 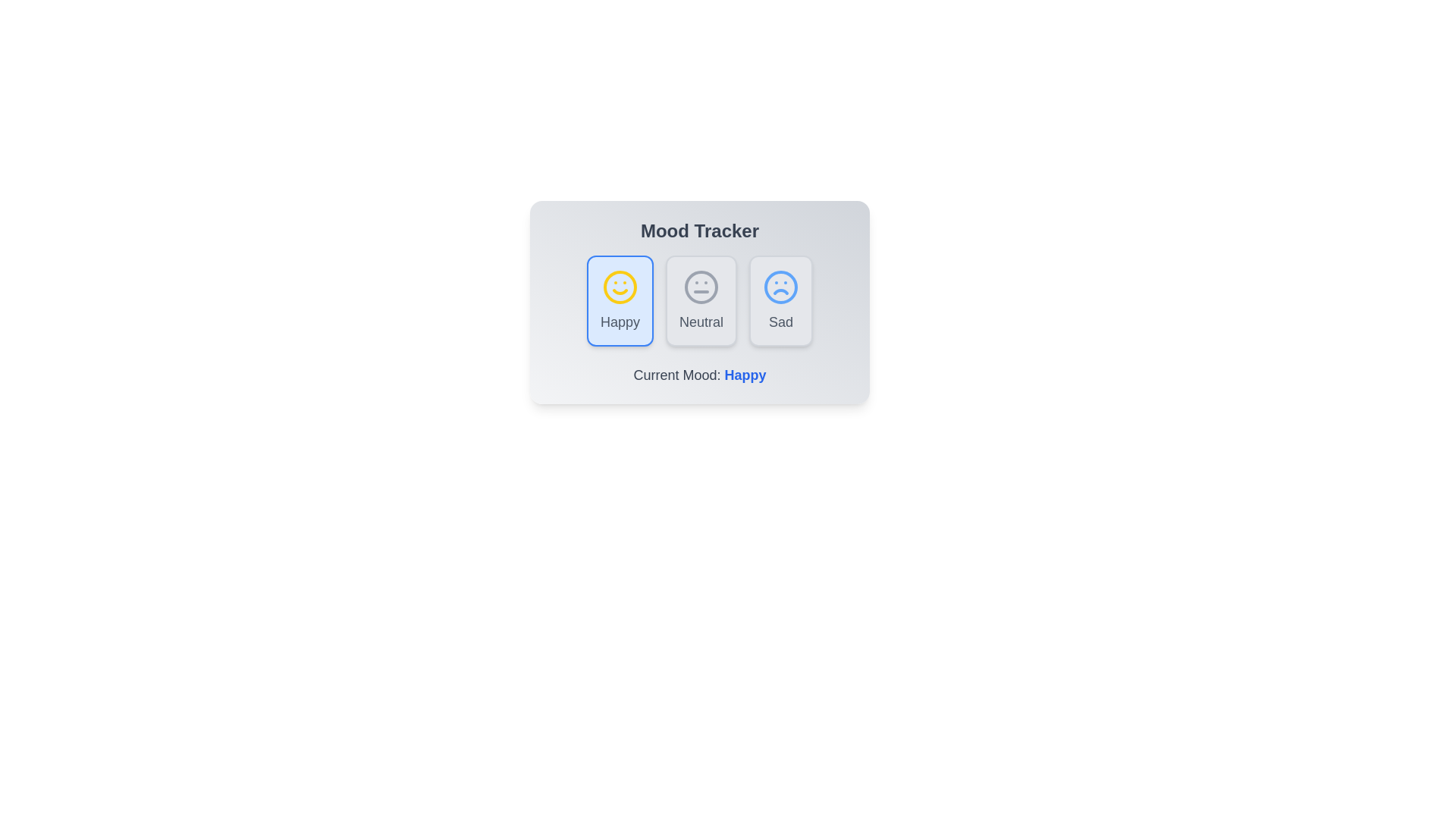 What do you see at coordinates (701, 301) in the screenshot?
I see `the mood button to select the mood Neutral` at bounding box center [701, 301].